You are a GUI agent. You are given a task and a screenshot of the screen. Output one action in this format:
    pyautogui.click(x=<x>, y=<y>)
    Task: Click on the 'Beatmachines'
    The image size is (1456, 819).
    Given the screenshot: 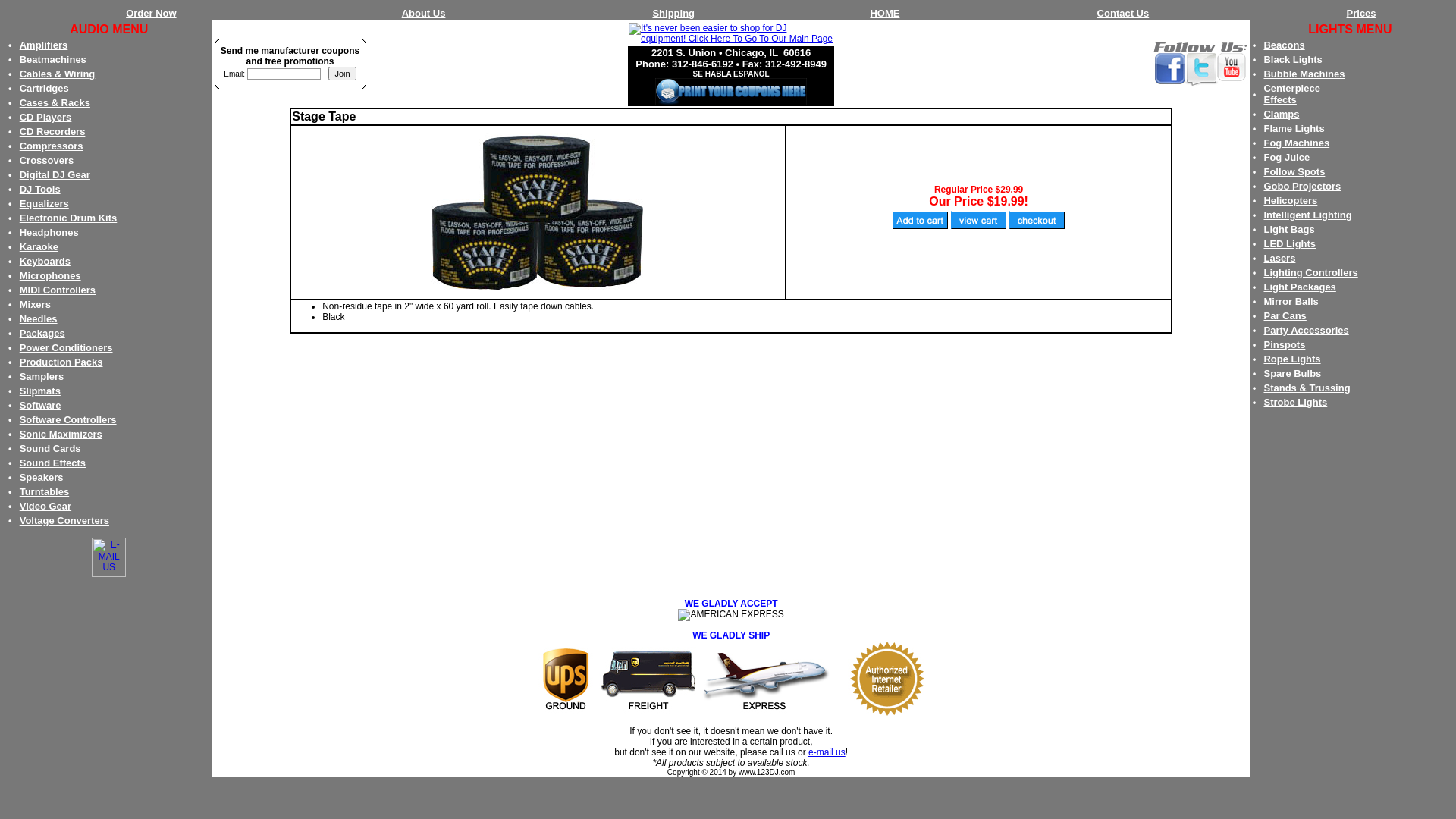 What is the action you would take?
    pyautogui.click(x=19, y=58)
    